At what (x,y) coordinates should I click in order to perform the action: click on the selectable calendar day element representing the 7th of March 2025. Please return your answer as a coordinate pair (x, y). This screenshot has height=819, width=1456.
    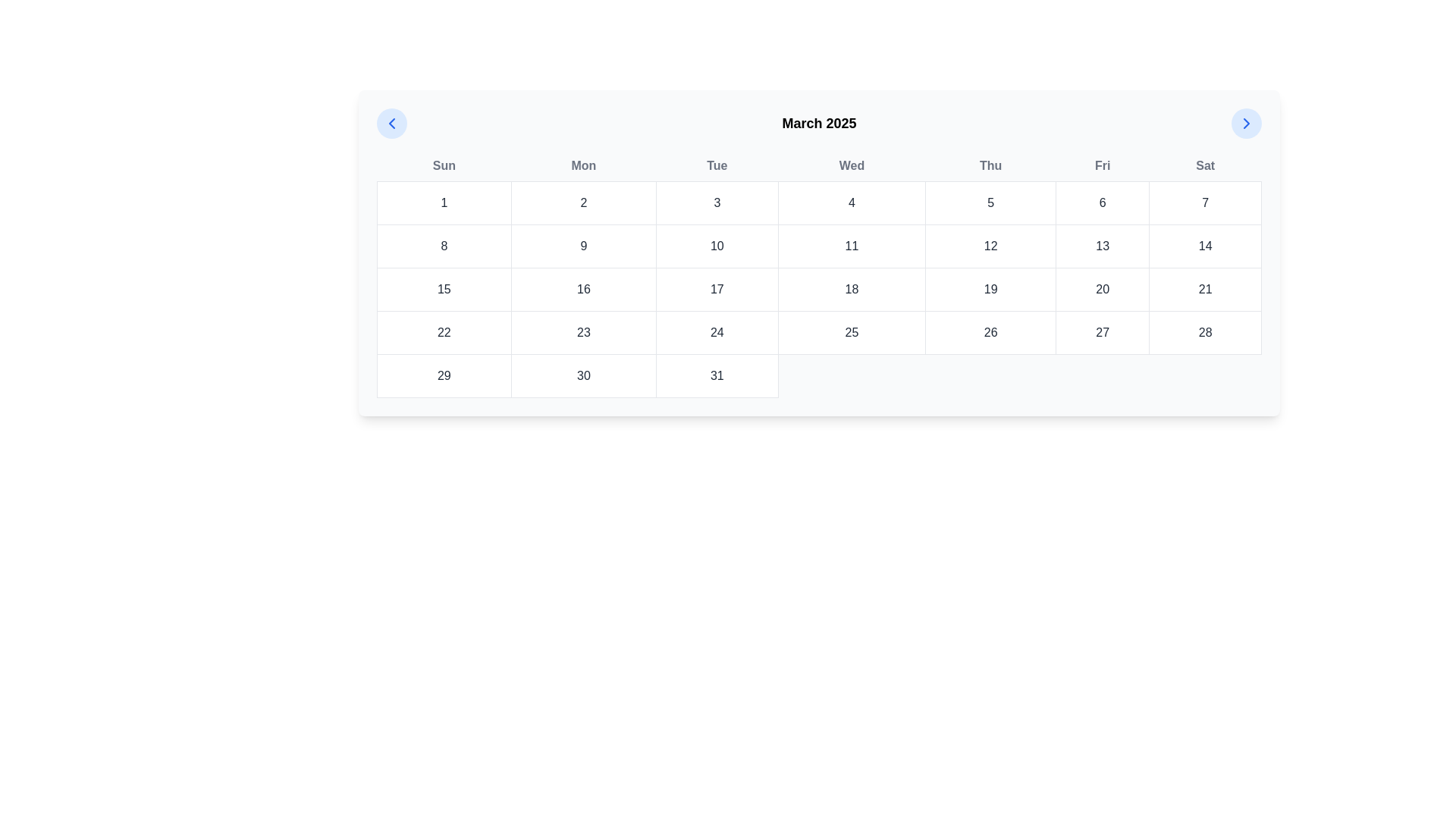
    Looking at the image, I should click on (1204, 202).